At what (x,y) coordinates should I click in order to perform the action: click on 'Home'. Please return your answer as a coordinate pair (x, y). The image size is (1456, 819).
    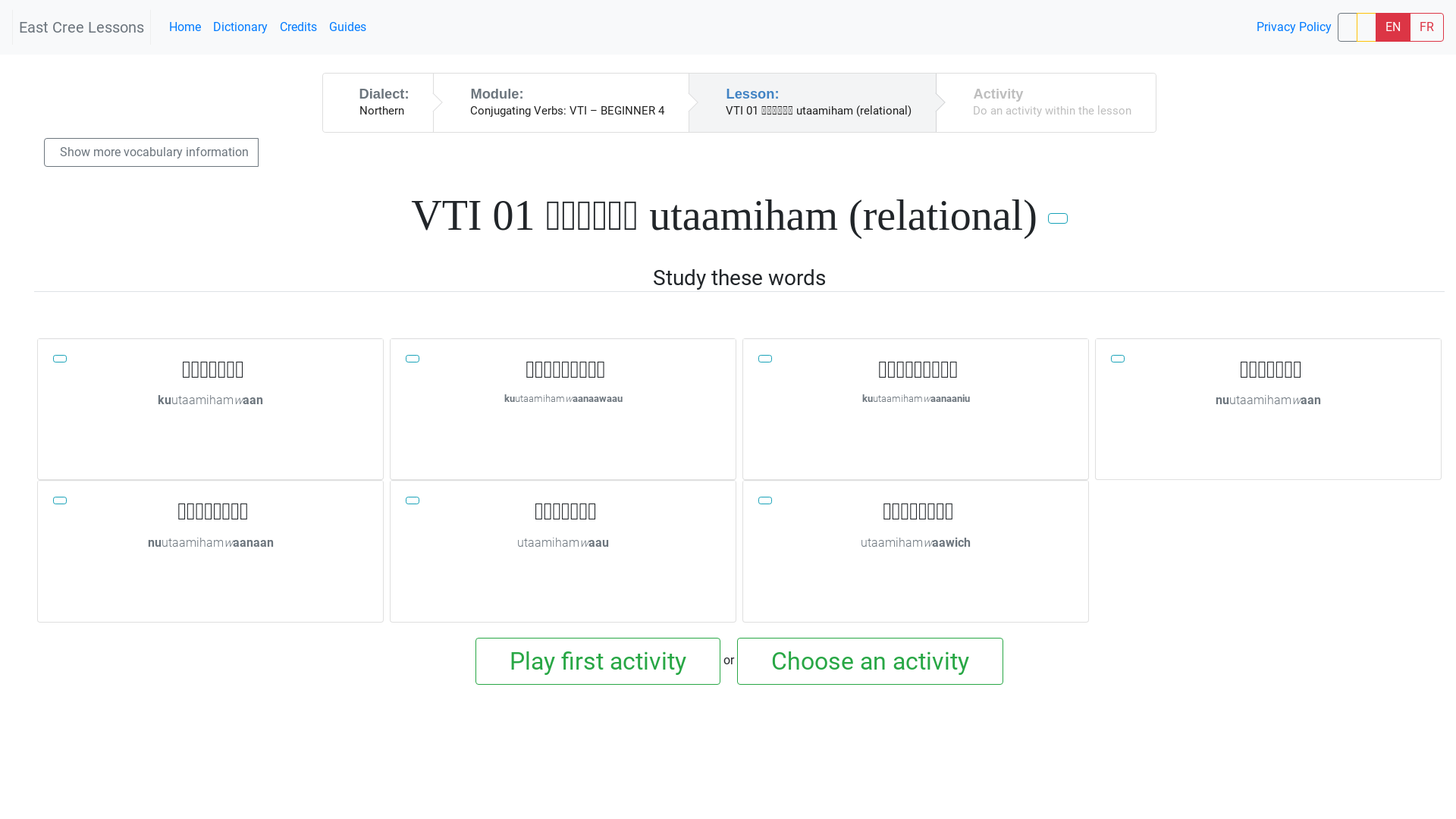
    Looking at the image, I should click on (184, 27).